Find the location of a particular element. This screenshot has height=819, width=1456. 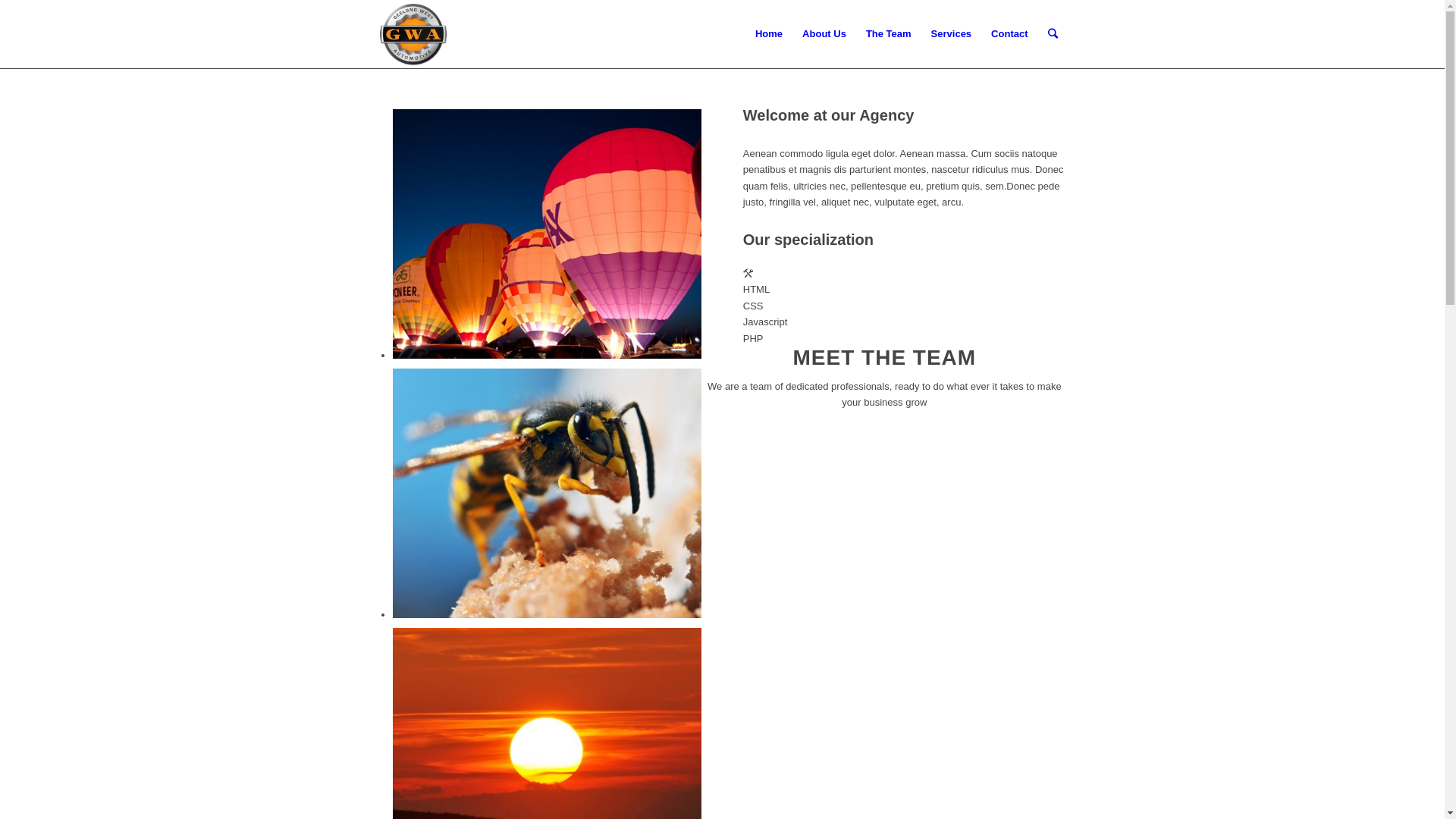

'Contact' is located at coordinates (1009, 34).